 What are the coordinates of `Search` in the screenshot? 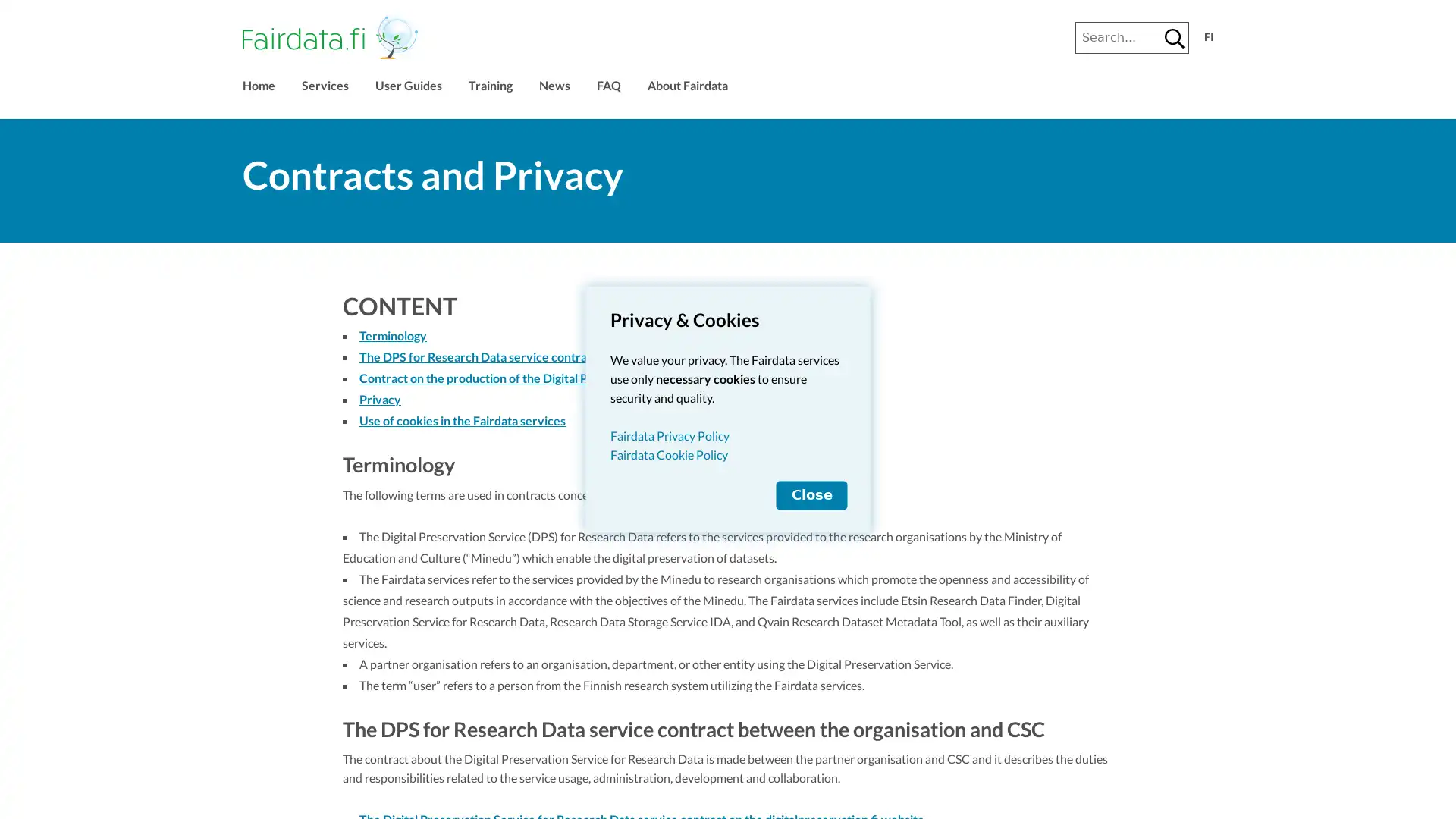 It's located at (1174, 37).